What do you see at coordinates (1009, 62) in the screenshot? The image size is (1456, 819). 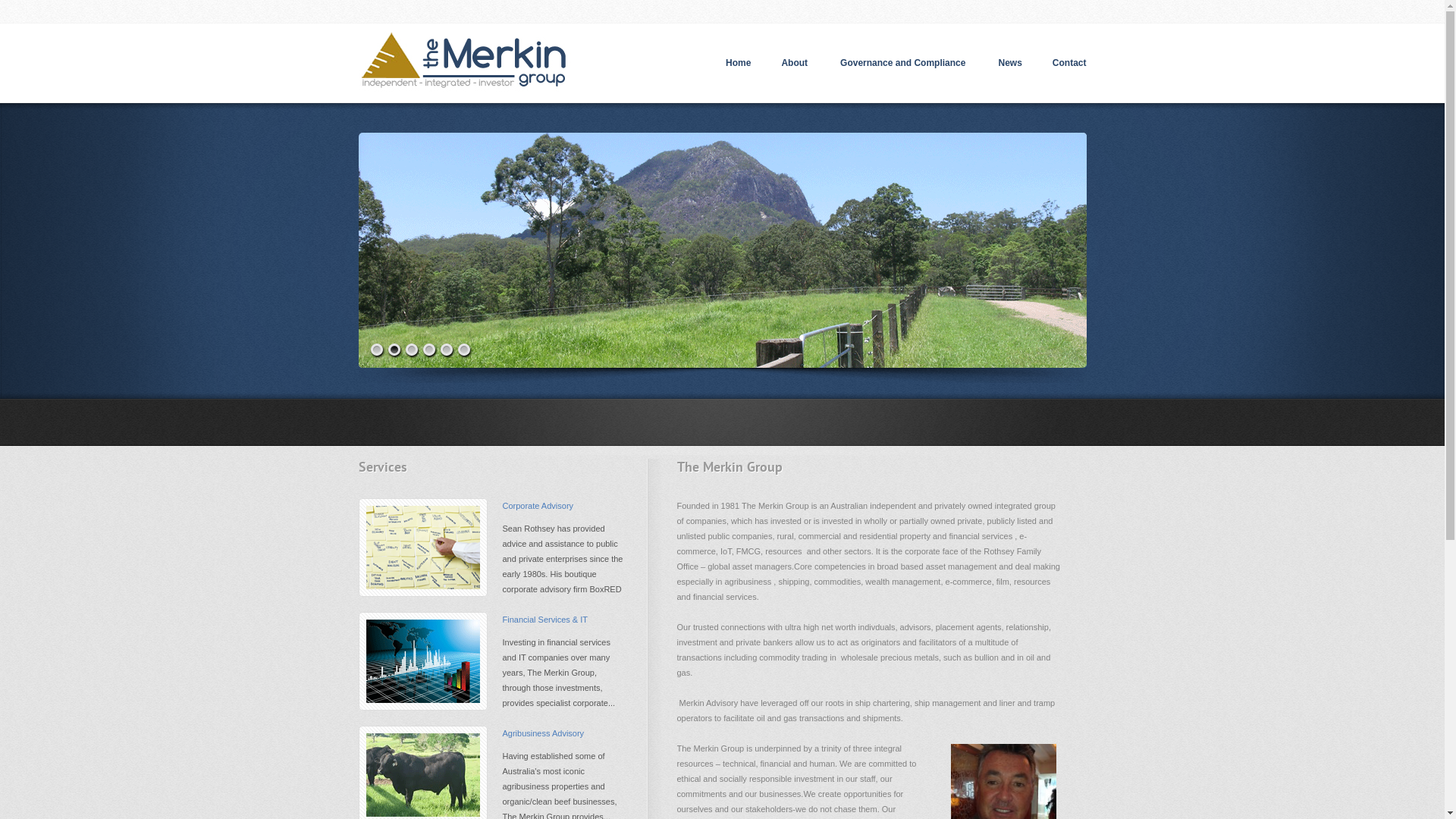 I see `'News'` at bounding box center [1009, 62].